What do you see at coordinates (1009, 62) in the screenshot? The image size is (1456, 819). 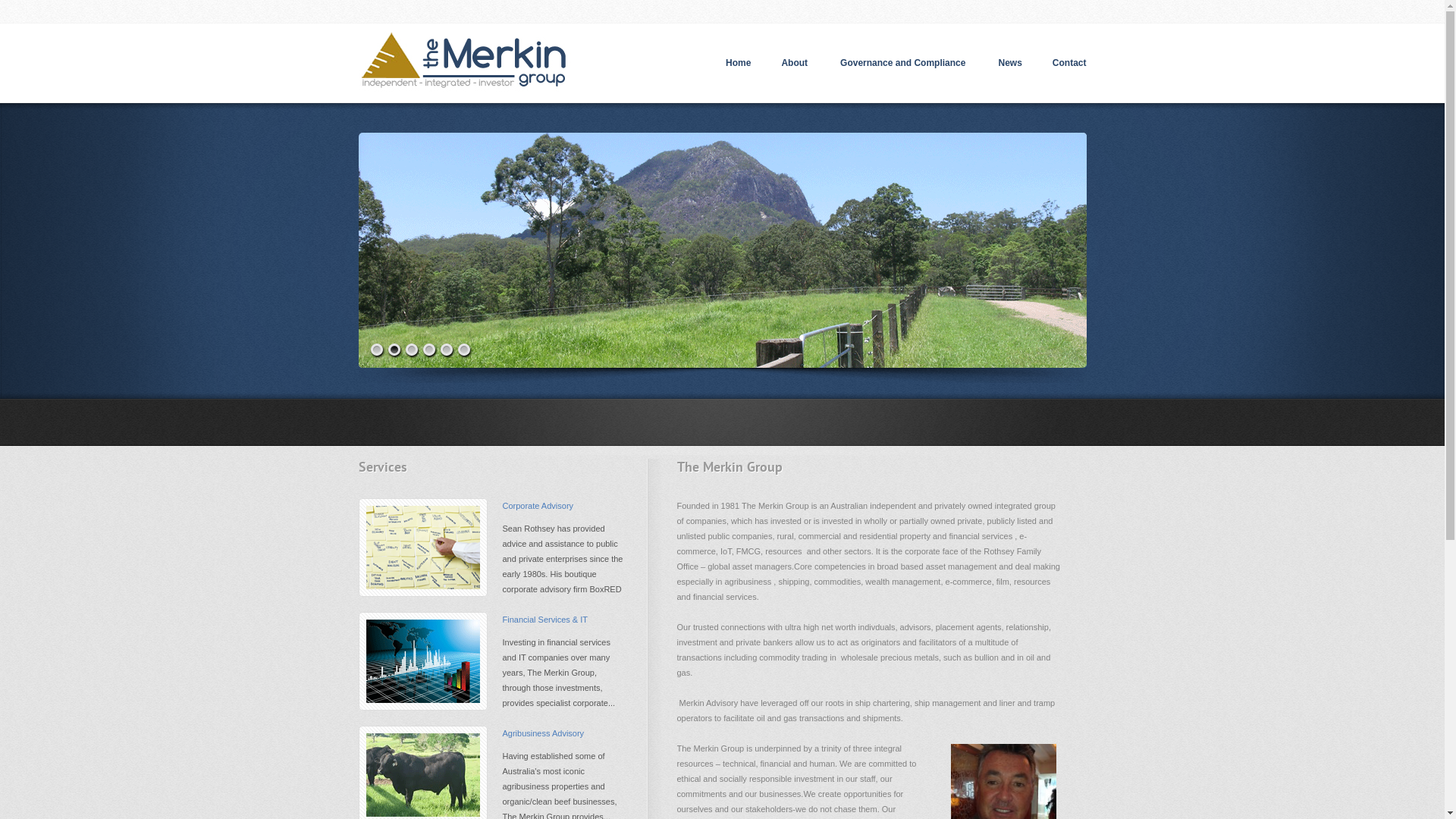 I see `'News'` at bounding box center [1009, 62].